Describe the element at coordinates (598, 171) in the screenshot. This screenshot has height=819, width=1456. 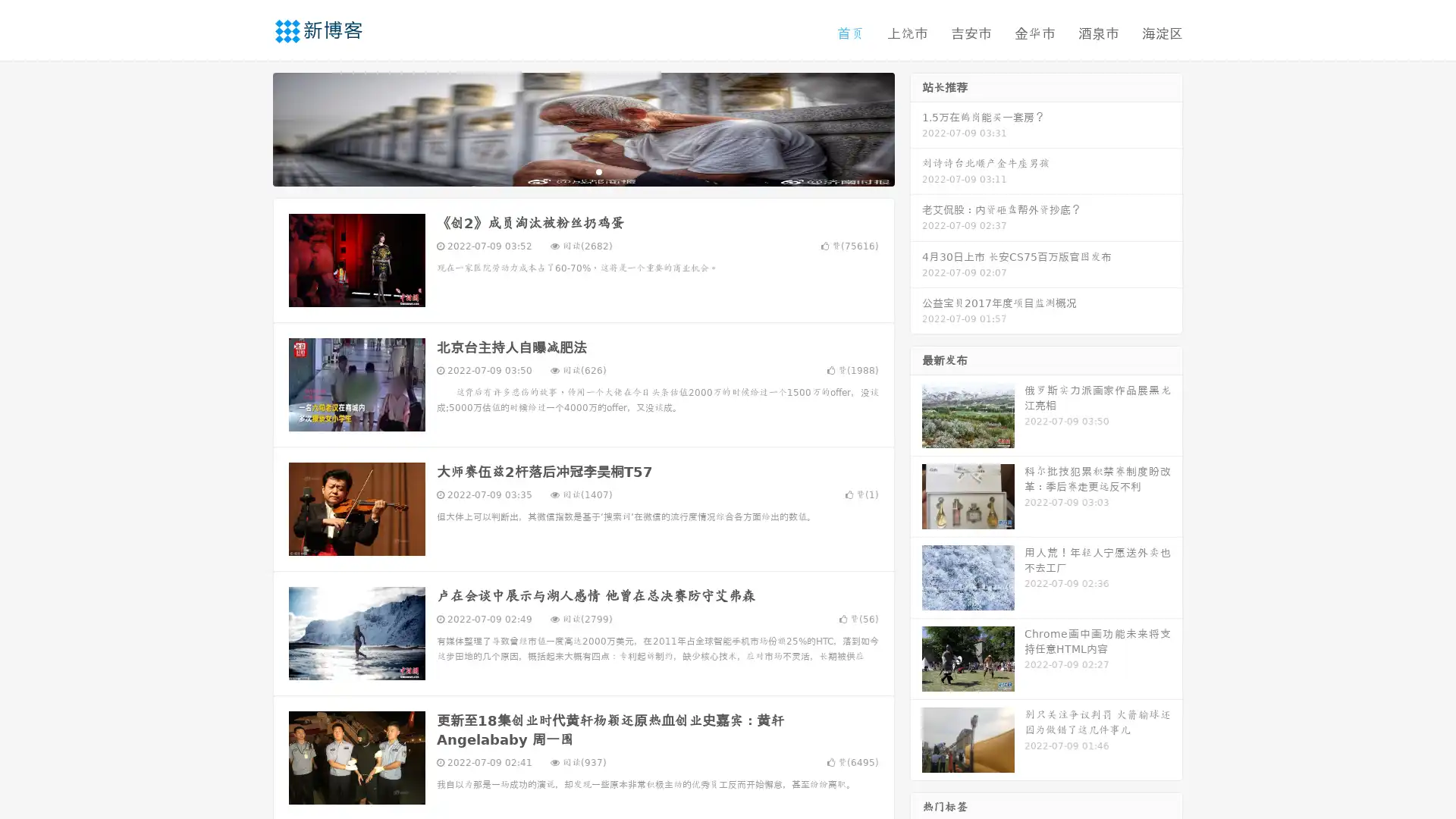
I see `Go to slide 3` at that location.